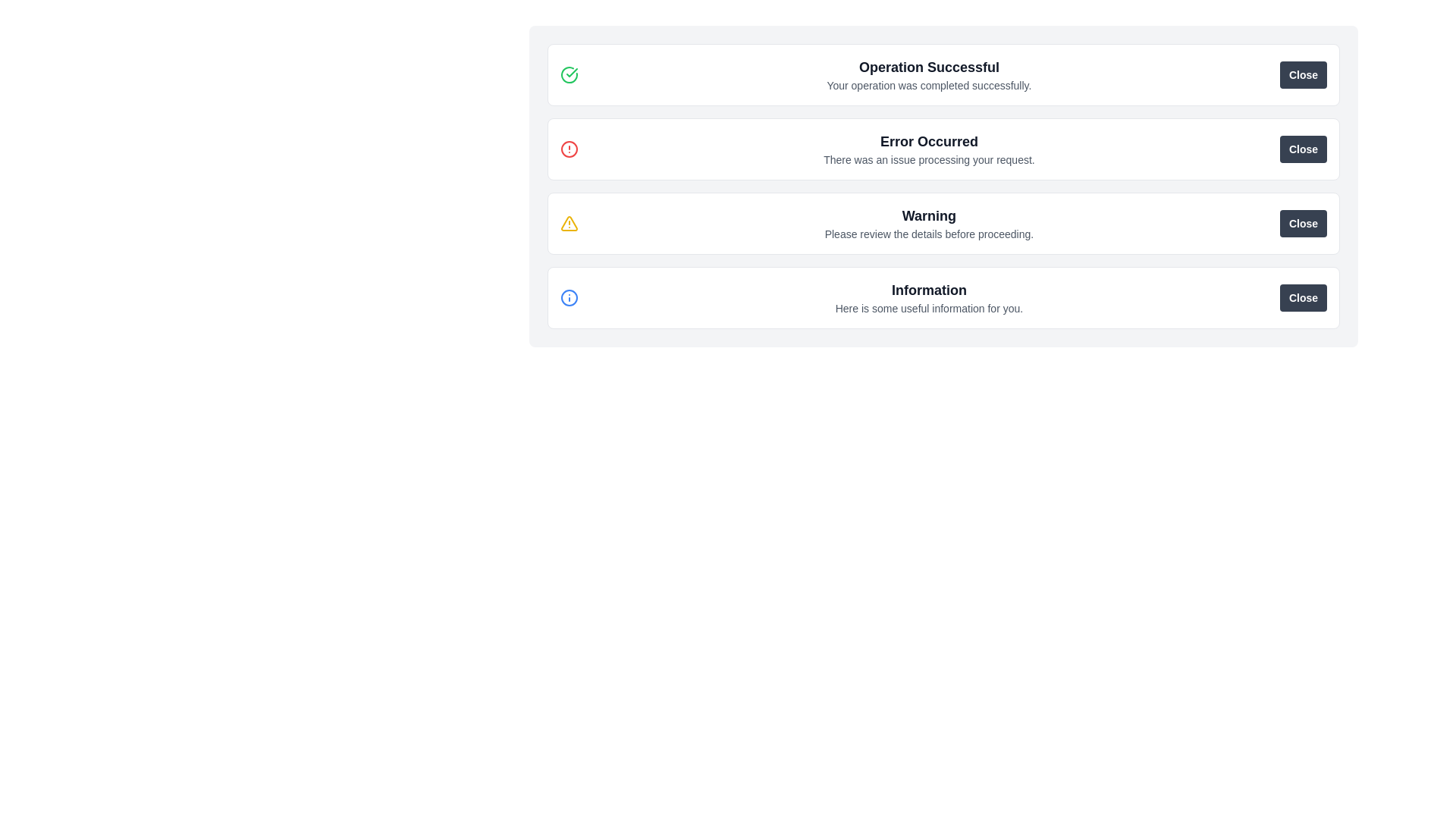  What do you see at coordinates (568, 223) in the screenshot?
I see `the Alert icon, which is the third visual indicator in the alert notification card, positioned to the left of the 'Warning' message text` at bounding box center [568, 223].